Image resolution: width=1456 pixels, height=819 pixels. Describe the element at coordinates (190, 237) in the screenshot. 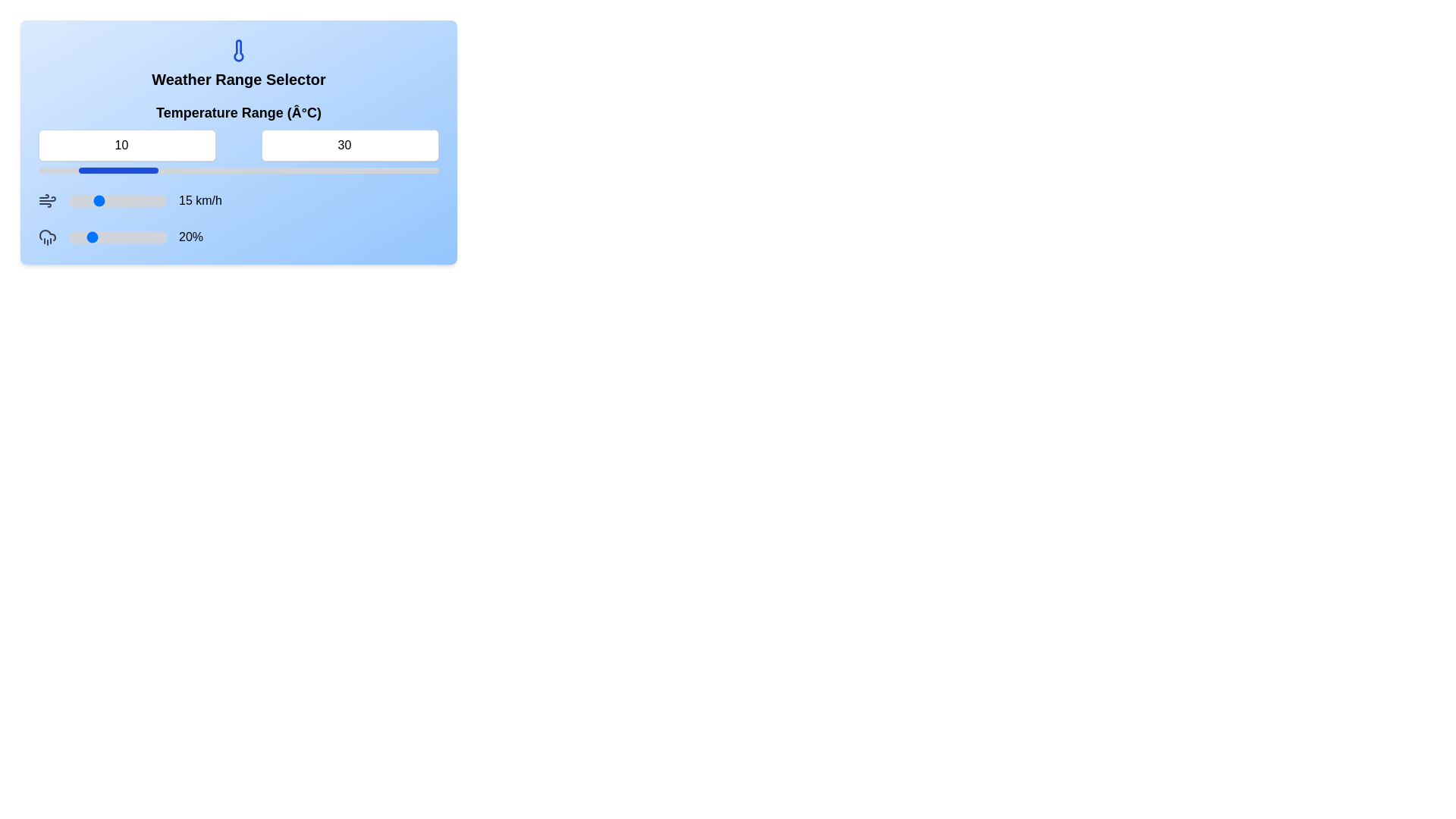

I see `the Text Label displaying '20%' in bold black font on a light blue background, located at the far-right side next to a horizontal slider in the weather settings section` at that location.